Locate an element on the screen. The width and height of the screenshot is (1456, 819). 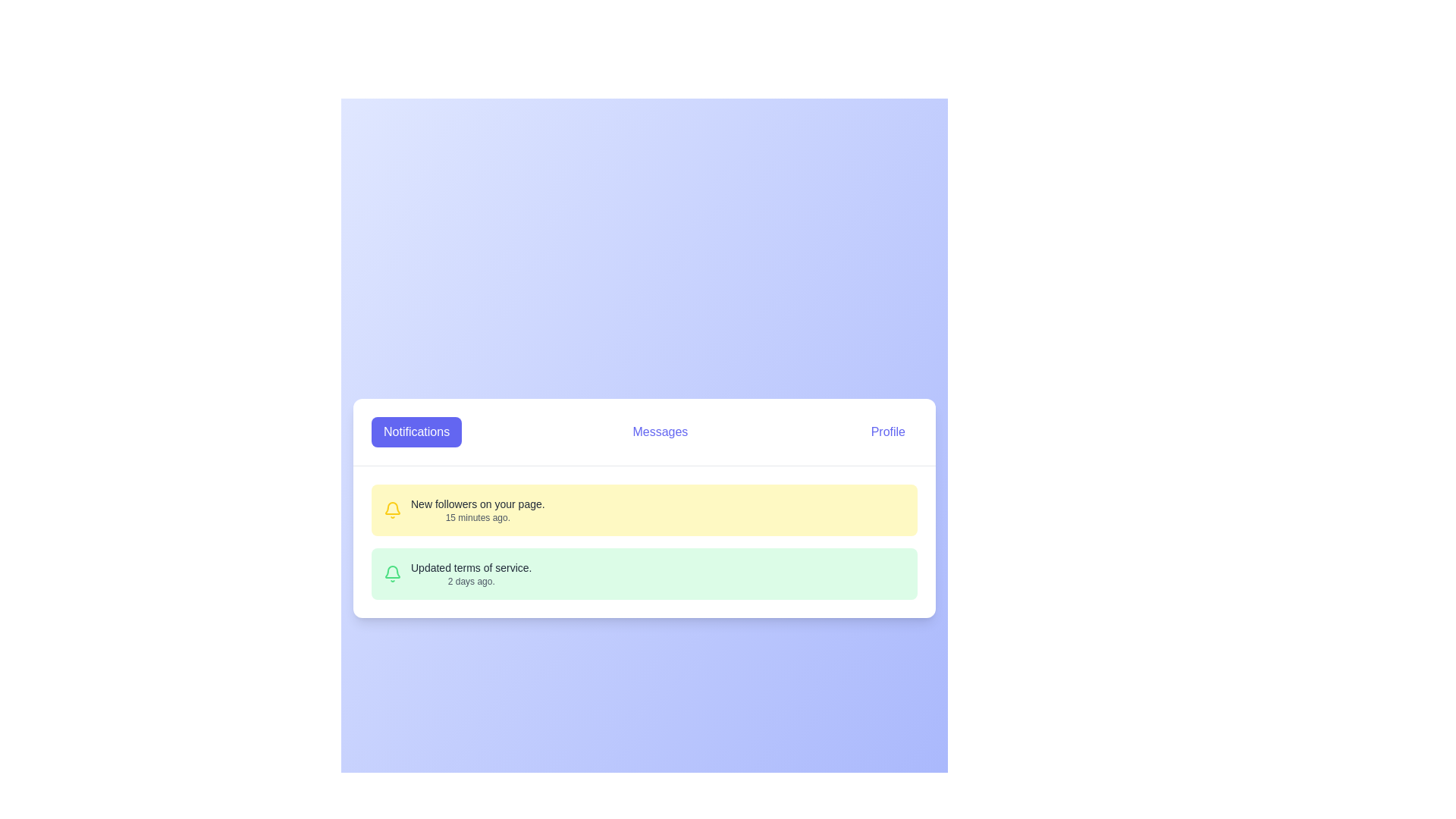
the notifications button, which is the first button from the left in a row of three buttons, to trigger a tooltip or visual change is located at coordinates (416, 431).